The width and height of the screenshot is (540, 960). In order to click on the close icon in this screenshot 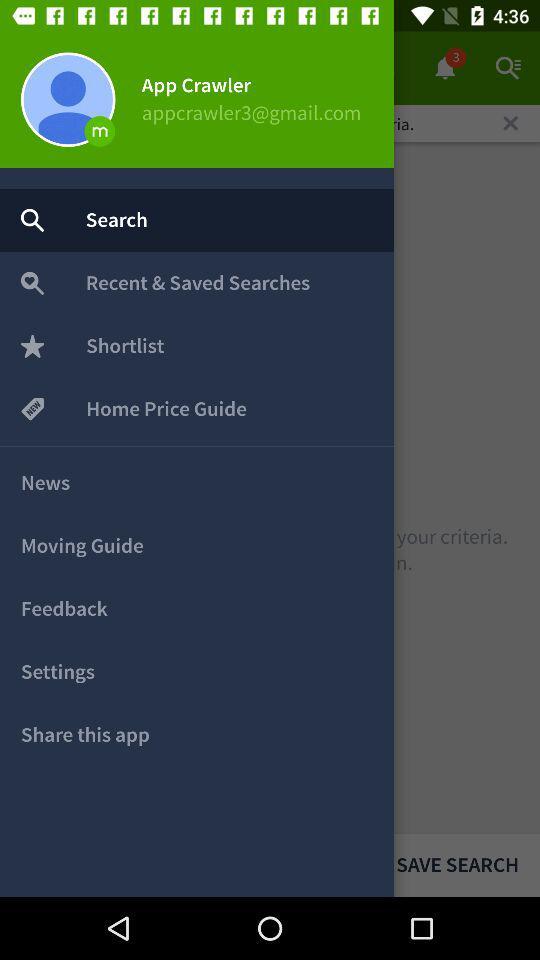, I will do `click(510, 122)`.